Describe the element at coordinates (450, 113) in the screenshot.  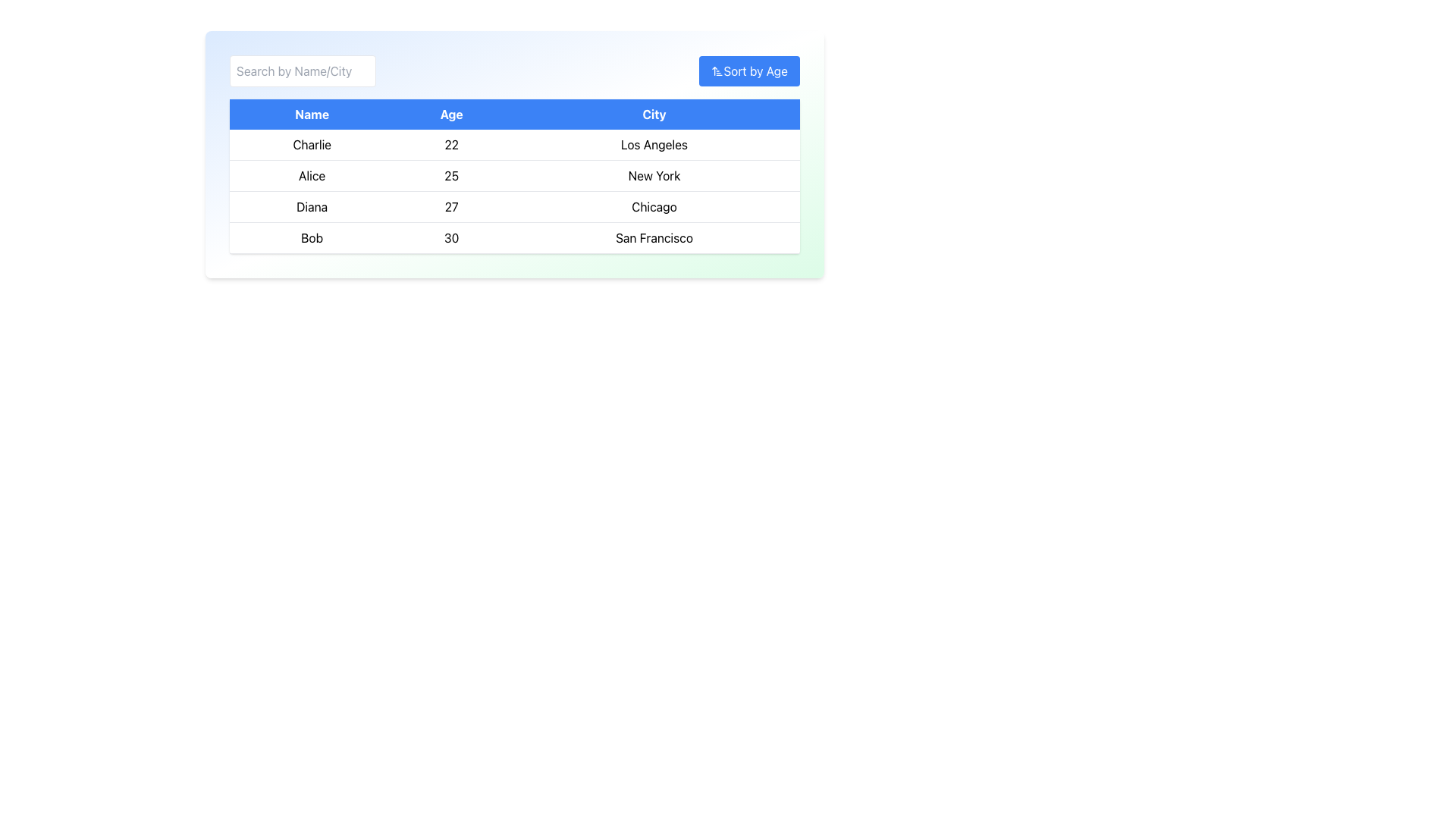
I see `the 'Age' table header cell` at that location.